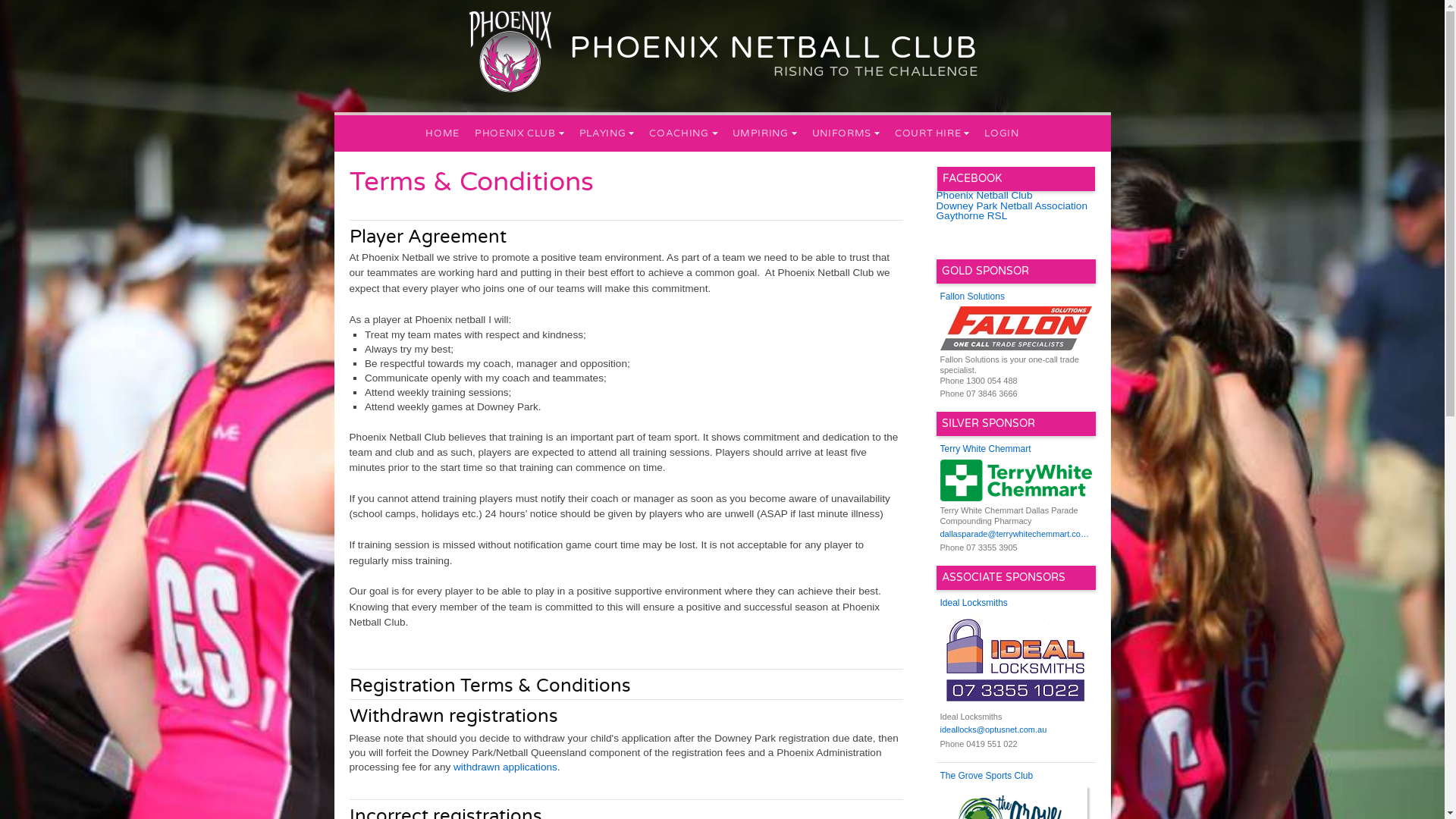  Describe the element at coordinates (504, 767) in the screenshot. I see `' withdrawn applications'` at that location.